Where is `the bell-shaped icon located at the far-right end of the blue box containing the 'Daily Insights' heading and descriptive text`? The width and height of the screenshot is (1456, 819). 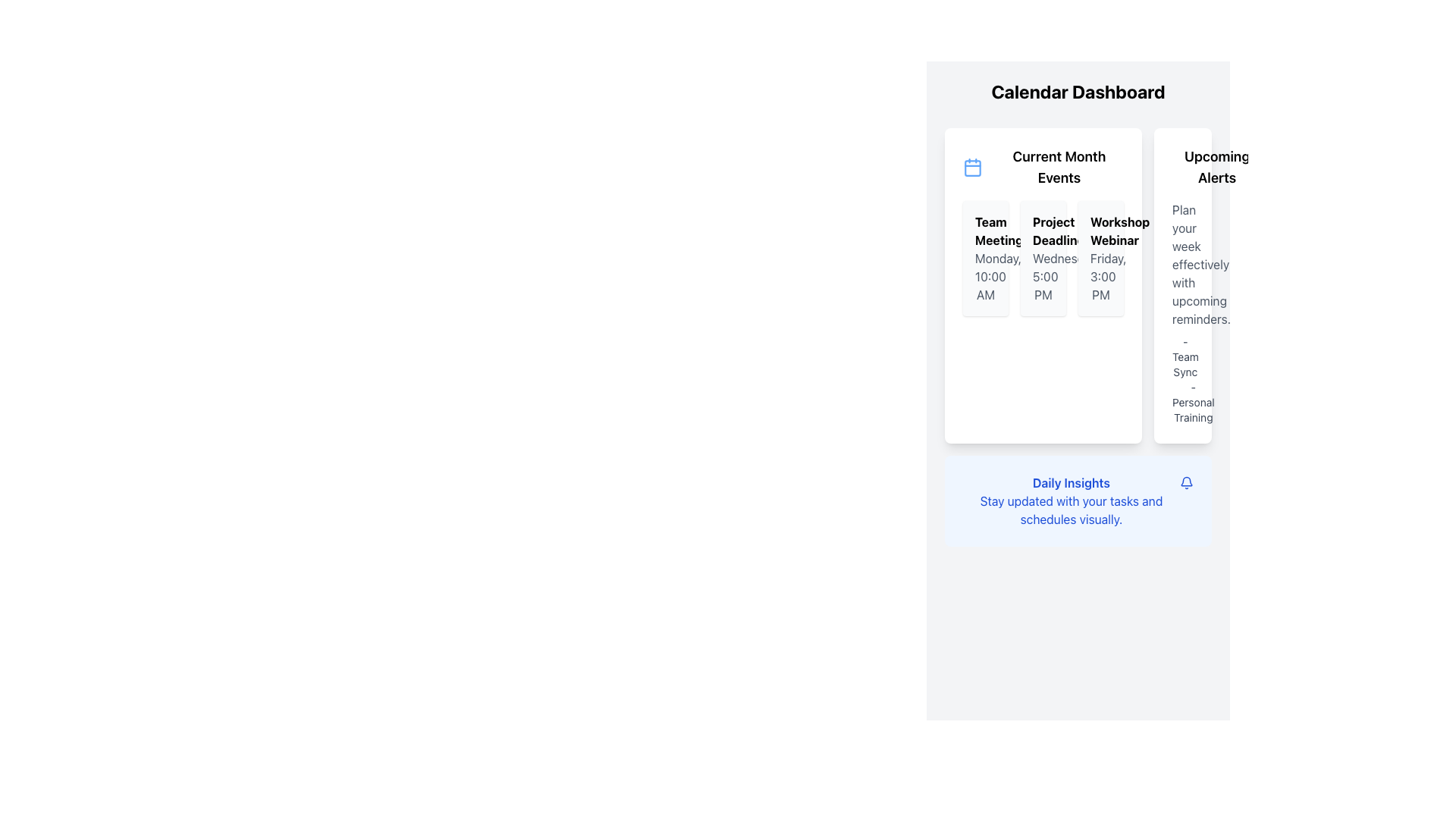 the bell-shaped icon located at the far-right end of the blue box containing the 'Daily Insights' heading and descriptive text is located at coordinates (1185, 482).